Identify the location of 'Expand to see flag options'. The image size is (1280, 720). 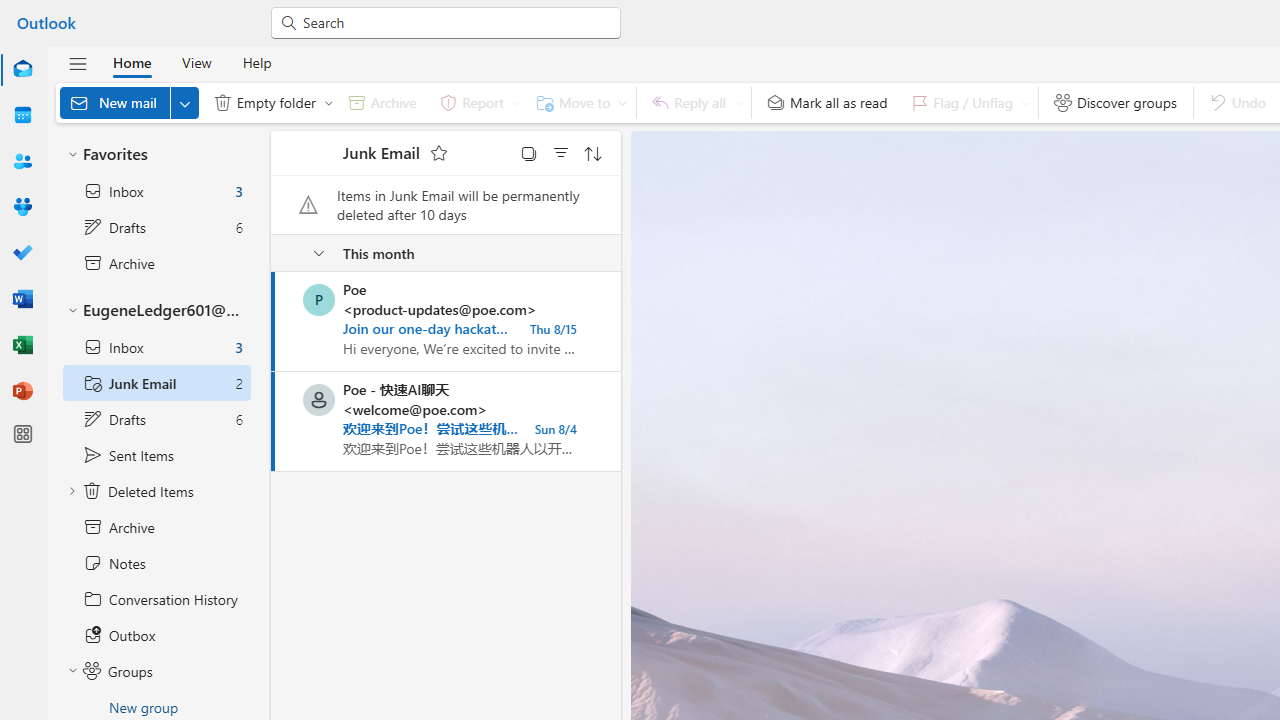
(1025, 102).